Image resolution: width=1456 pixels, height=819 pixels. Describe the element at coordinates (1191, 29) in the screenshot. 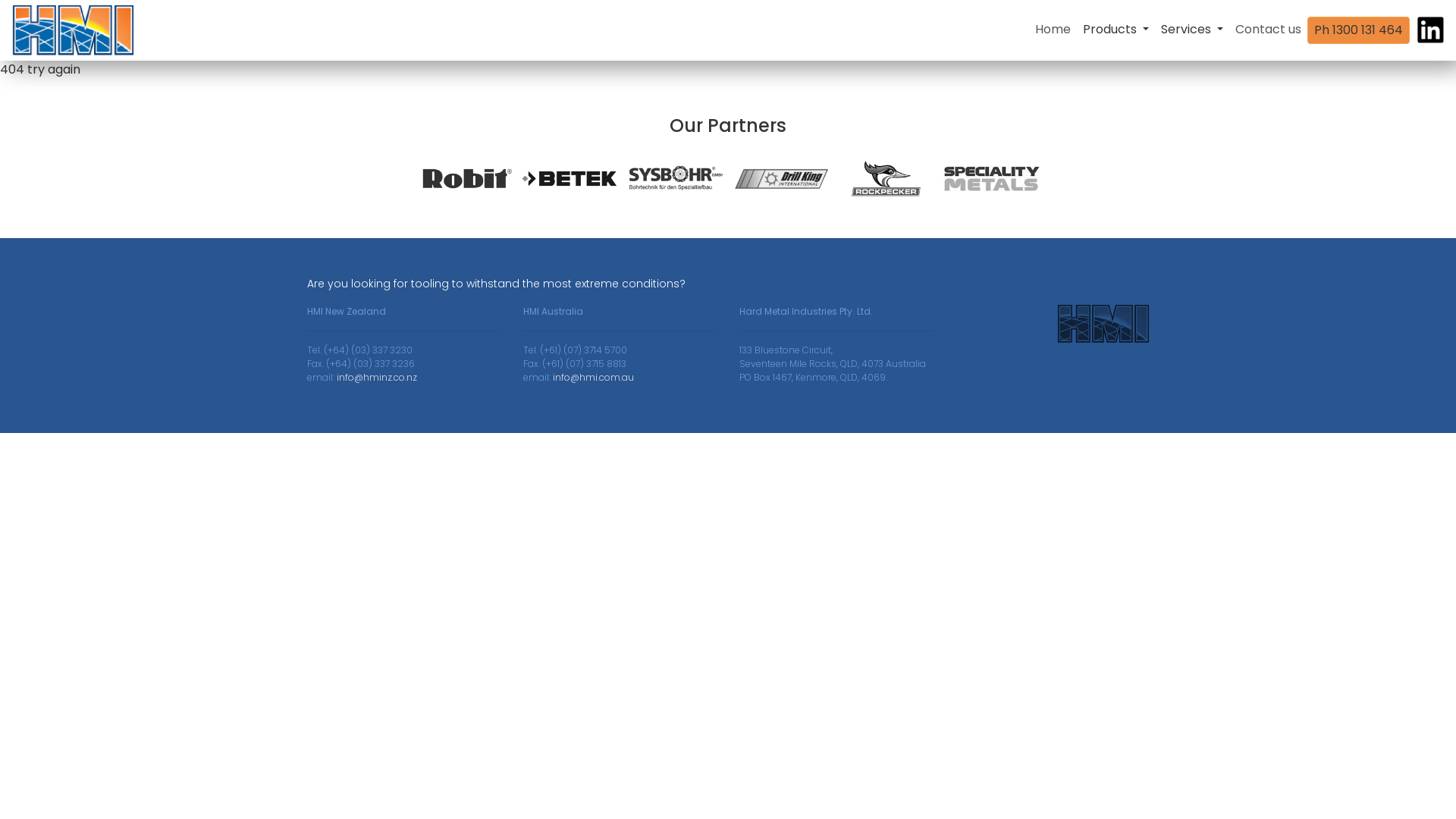

I see `'Services'` at that location.